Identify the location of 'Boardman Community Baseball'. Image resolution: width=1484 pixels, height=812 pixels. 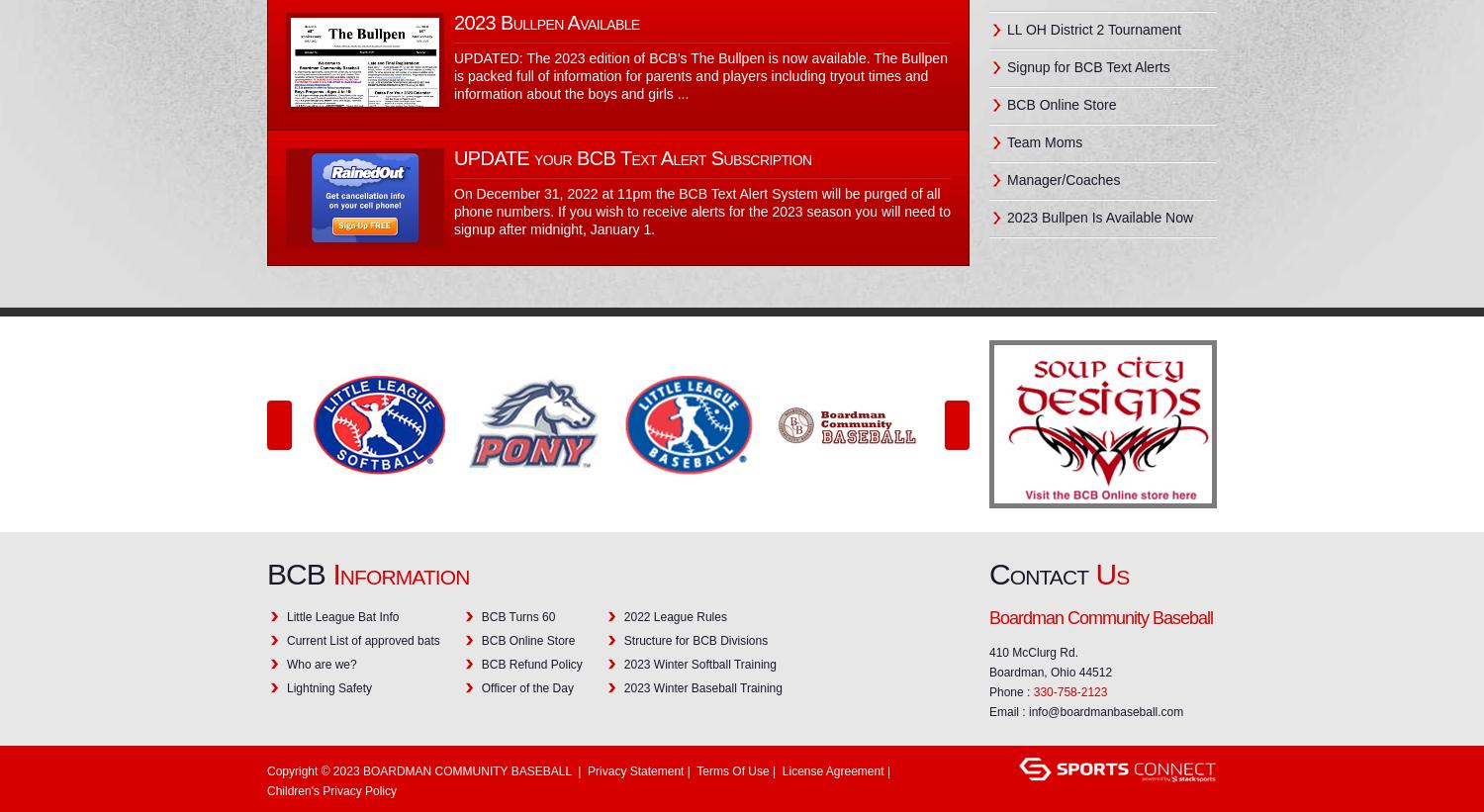
(1100, 618).